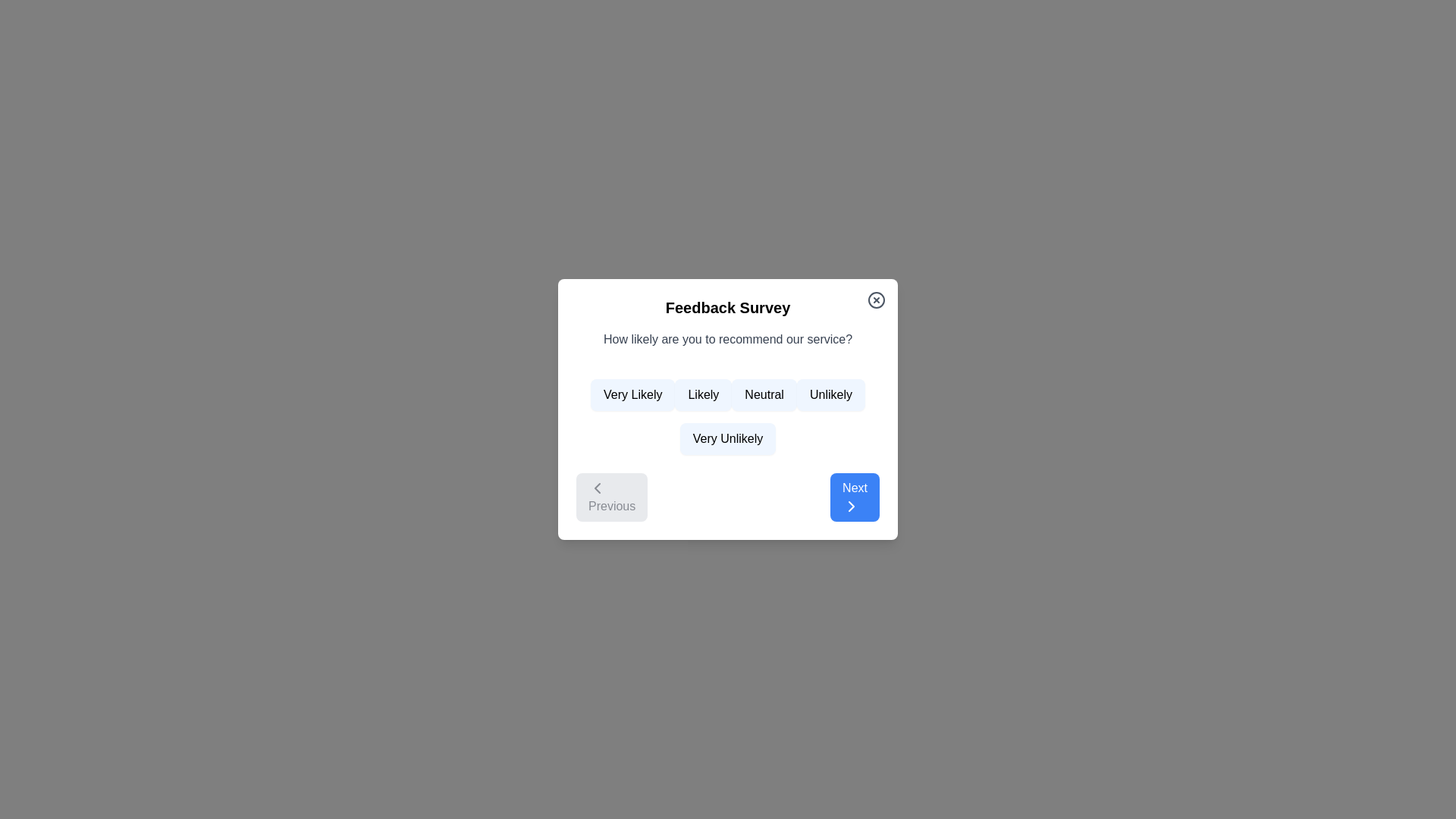 This screenshot has height=819, width=1456. I want to click on the disabled 'Previous' button located at the bottom left of the modal dialog, which is the leftmost button in a pair of navigation buttons, so click(612, 497).